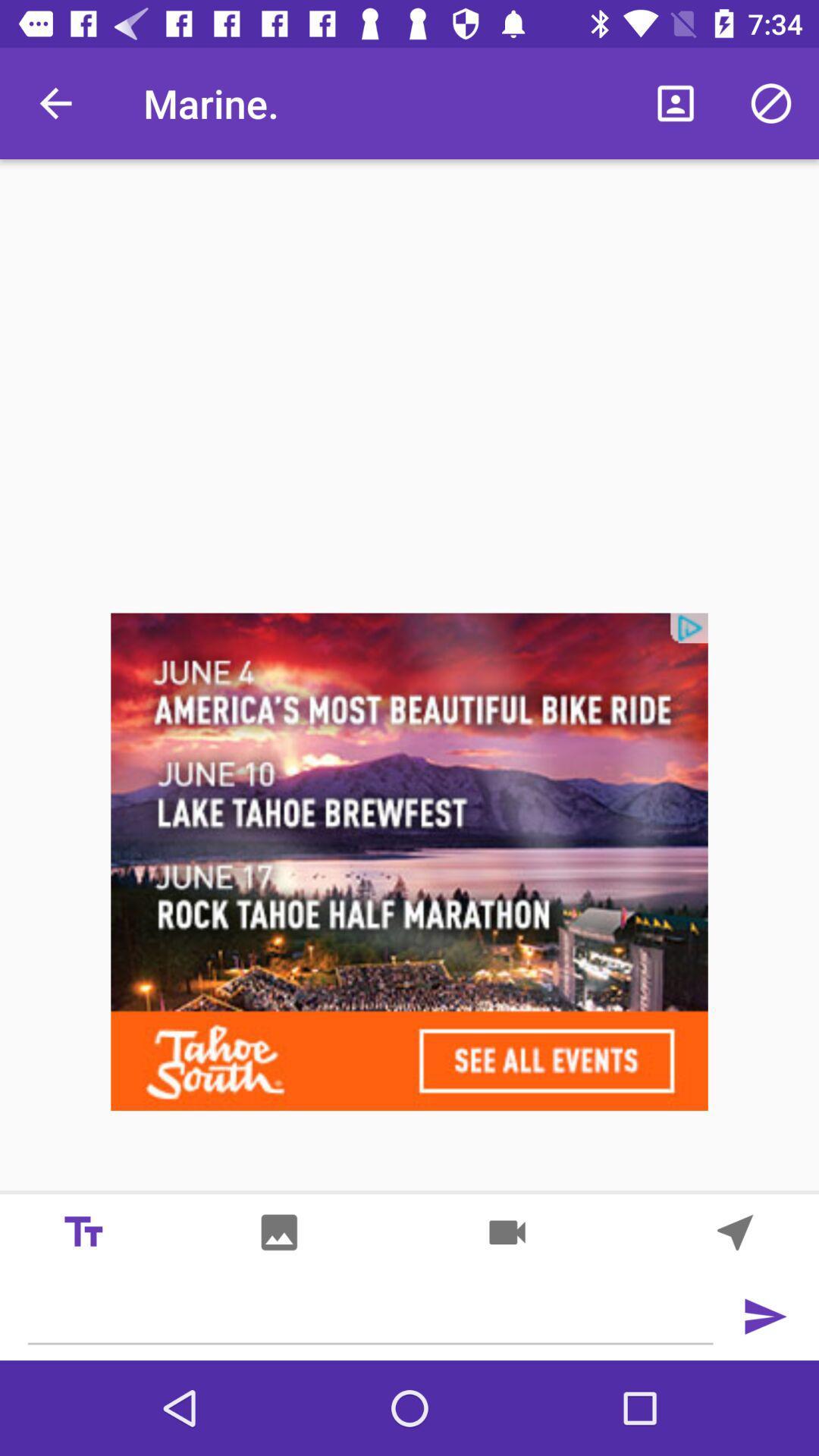 This screenshot has height=1456, width=819. Describe the element at coordinates (734, 1232) in the screenshot. I see `next option` at that location.